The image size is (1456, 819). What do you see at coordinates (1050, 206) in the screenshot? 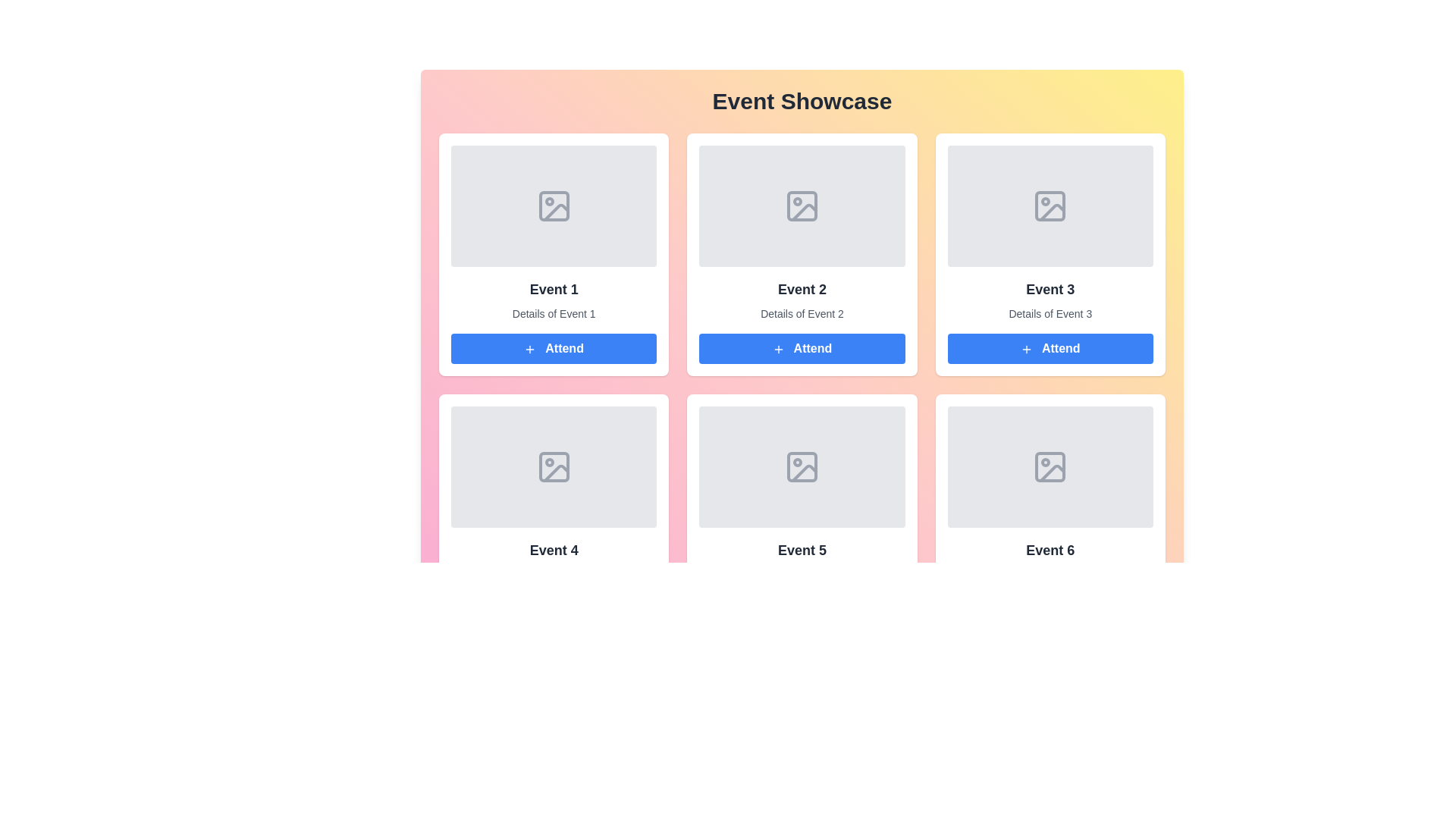
I see `the SVG icon representing an image placeholder, located at the center of the third card in the top row of the grid layout` at bounding box center [1050, 206].